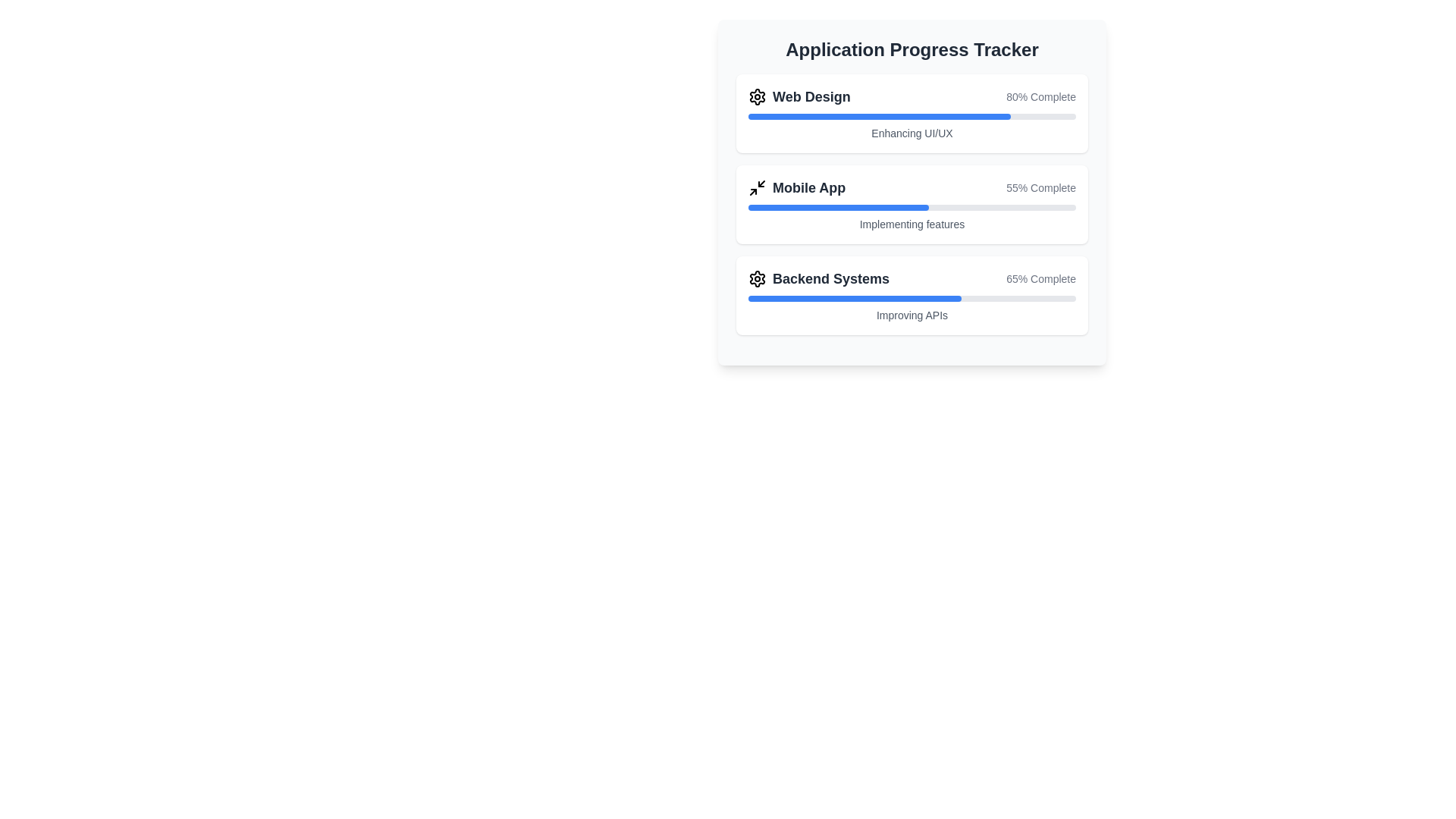  I want to click on the progress represented by the third progress bar in the 'Application Progress Tracker' card, located below '65% Complete' and above 'Improving APIs', so click(912, 298).